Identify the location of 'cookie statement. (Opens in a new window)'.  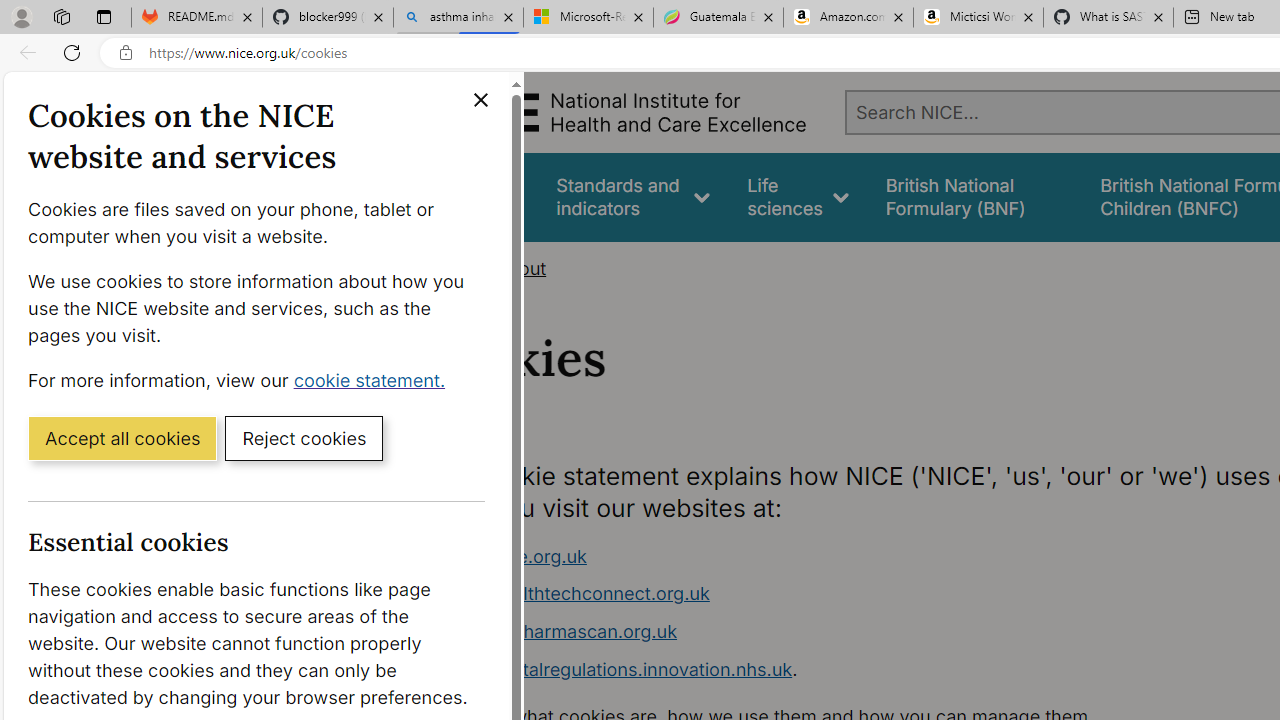
(373, 379).